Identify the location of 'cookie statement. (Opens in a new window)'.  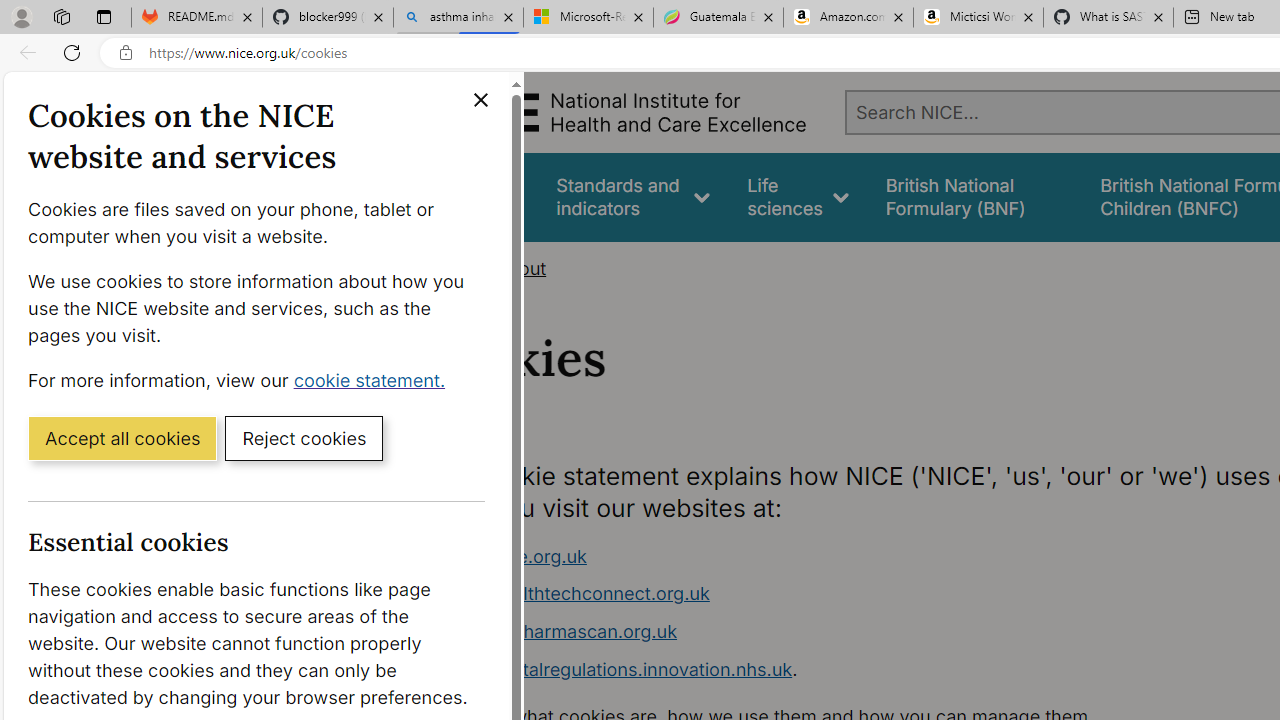
(373, 379).